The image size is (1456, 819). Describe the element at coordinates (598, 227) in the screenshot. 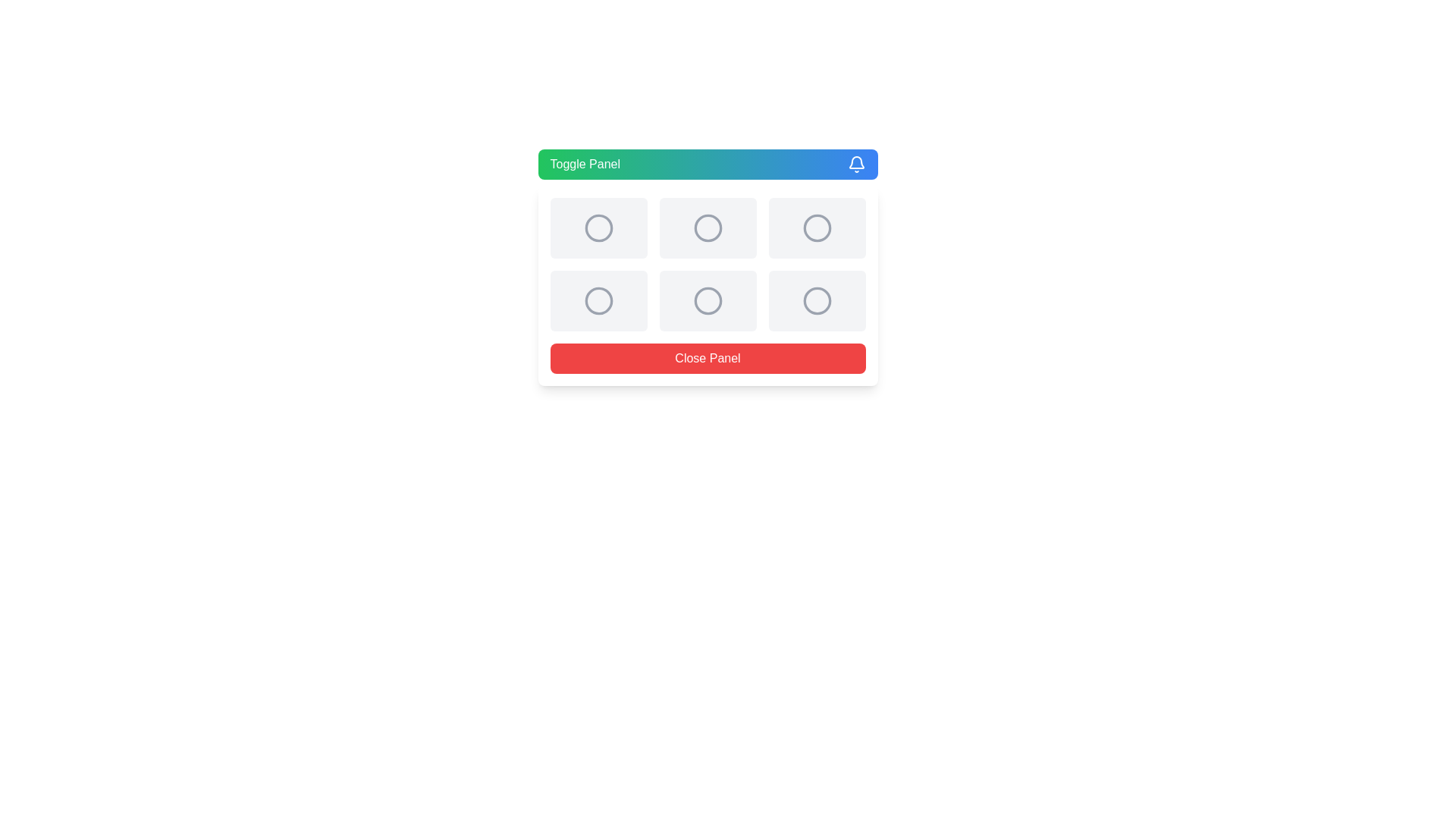

I see `the top-left circular icon` at that location.